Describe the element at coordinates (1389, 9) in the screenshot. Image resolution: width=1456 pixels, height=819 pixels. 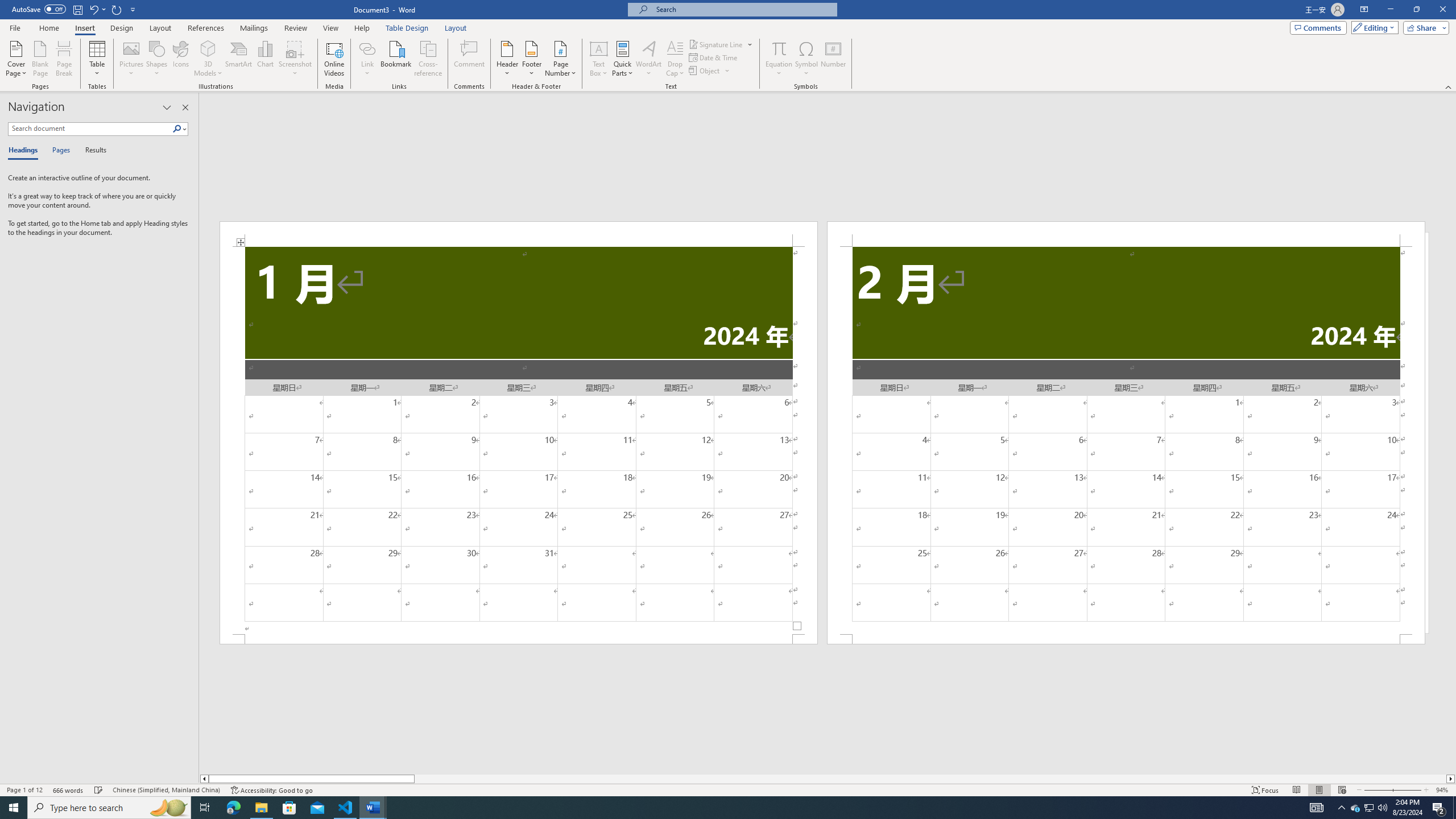
I see `'Minimize'` at that location.